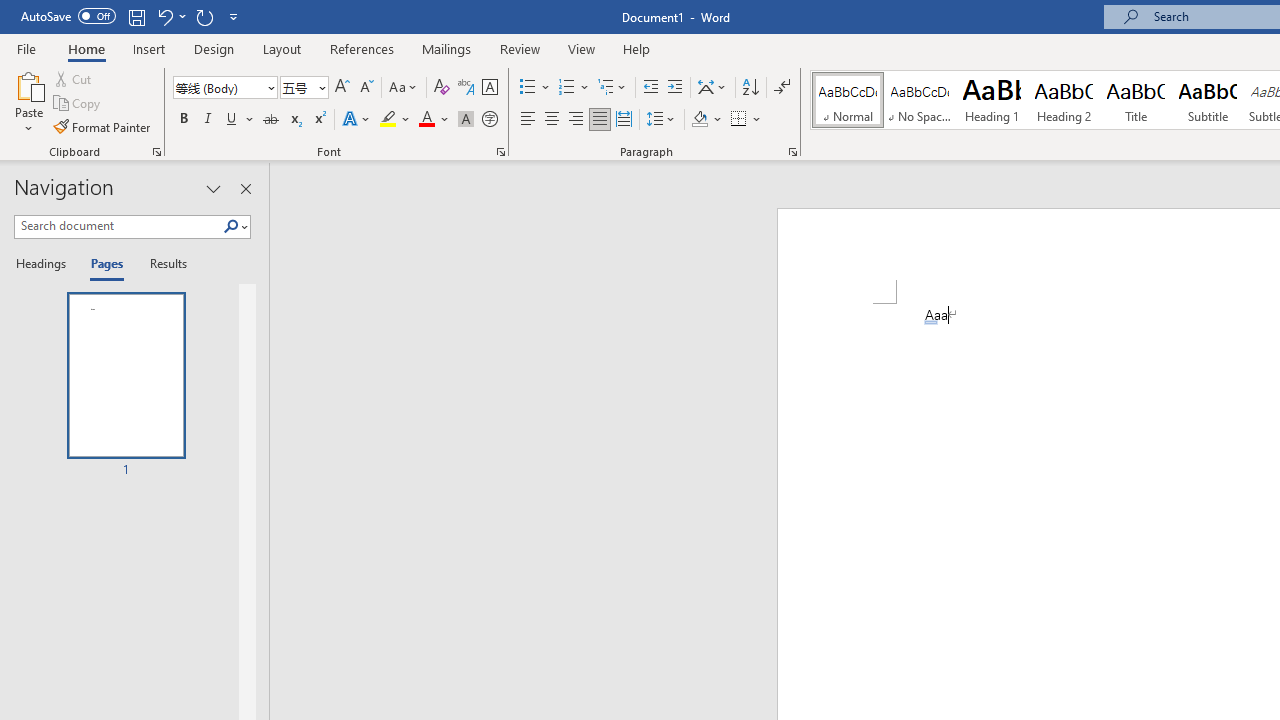 This screenshot has height=720, width=1280. Describe the element at coordinates (598, 119) in the screenshot. I see `'Justify'` at that location.